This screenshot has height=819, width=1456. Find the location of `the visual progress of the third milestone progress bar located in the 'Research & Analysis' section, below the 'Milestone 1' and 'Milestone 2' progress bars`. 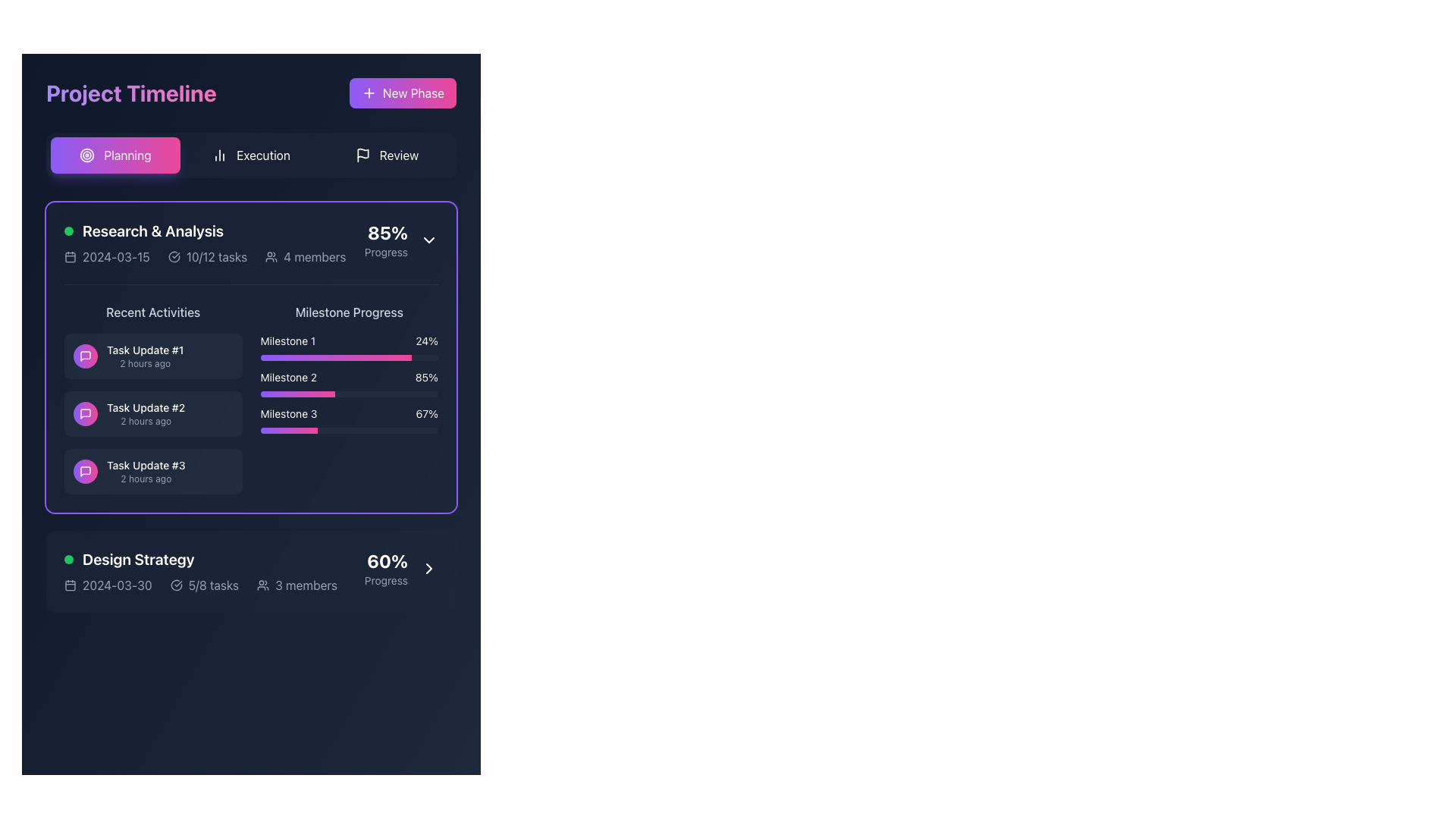

the visual progress of the third milestone progress bar located in the 'Research & Analysis' section, below the 'Milestone 1' and 'Milestone 2' progress bars is located at coordinates (348, 420).